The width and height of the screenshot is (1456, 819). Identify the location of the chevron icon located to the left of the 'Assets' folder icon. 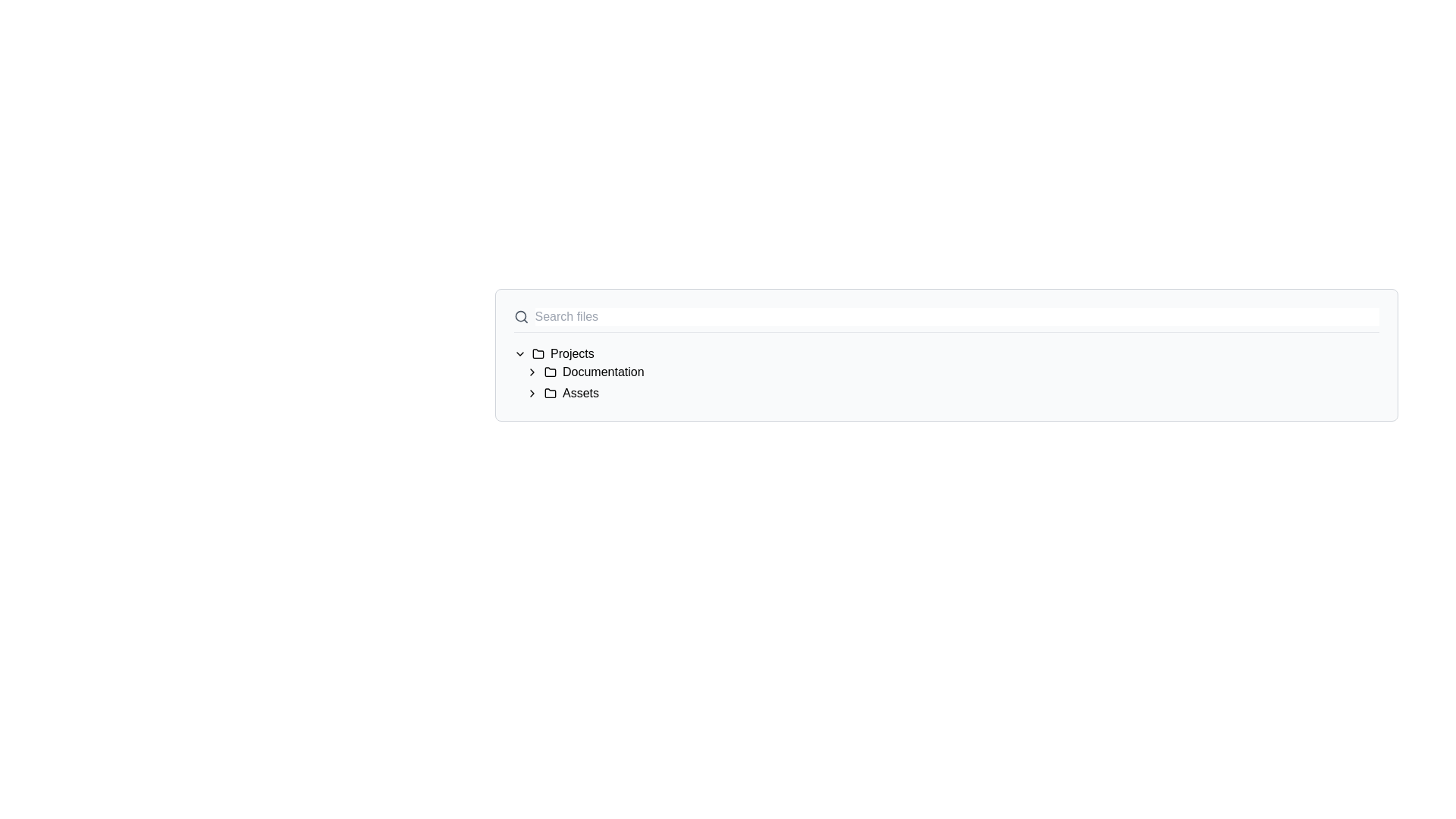
(532, 393).